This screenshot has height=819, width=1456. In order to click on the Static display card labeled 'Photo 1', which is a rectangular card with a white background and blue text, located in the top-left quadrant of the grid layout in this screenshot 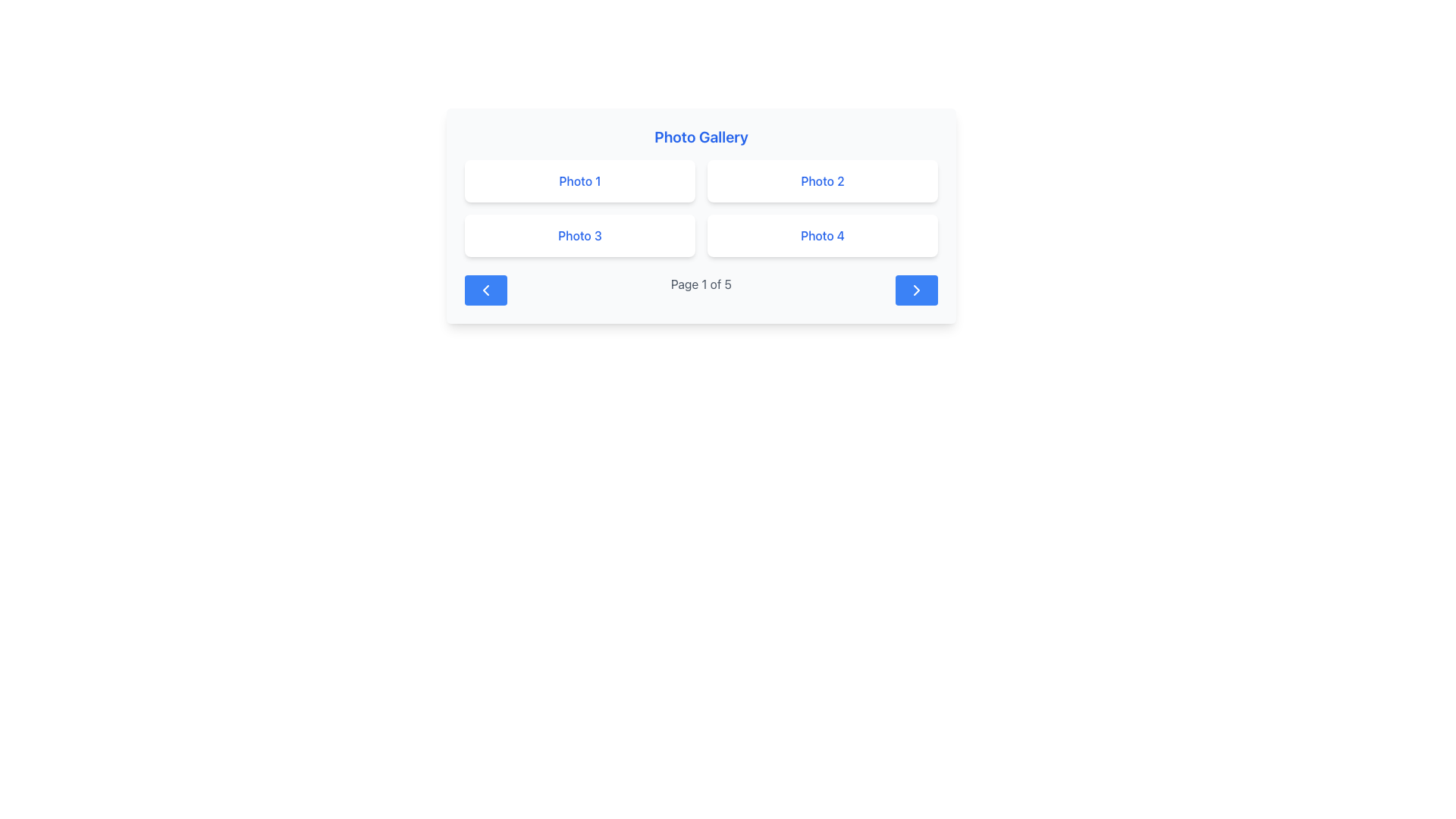, I will do `click(579, 180)`.